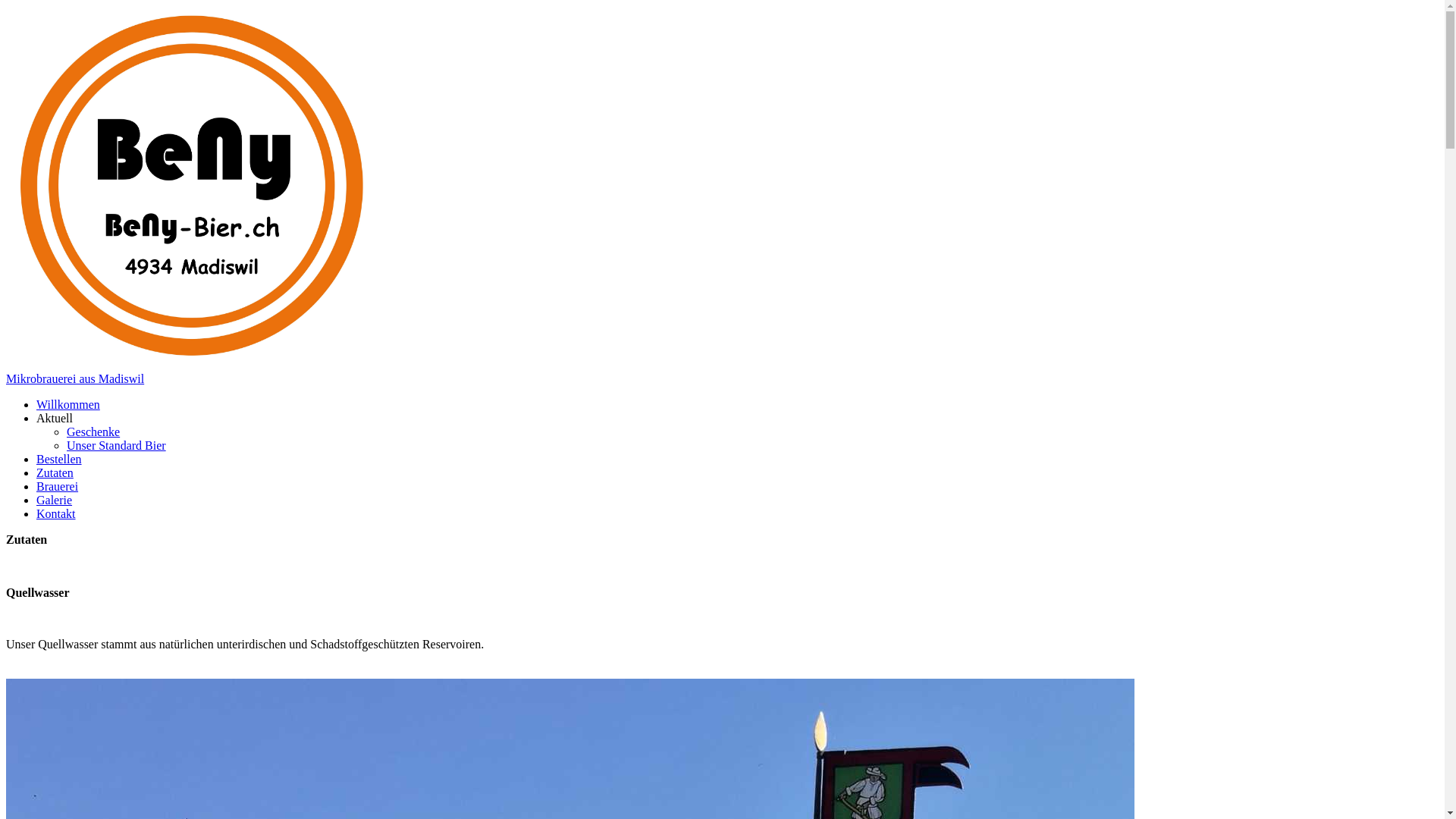 This screenshot has width=1456, height=819. I want to click on 'Bestellen', so click(58, 457).